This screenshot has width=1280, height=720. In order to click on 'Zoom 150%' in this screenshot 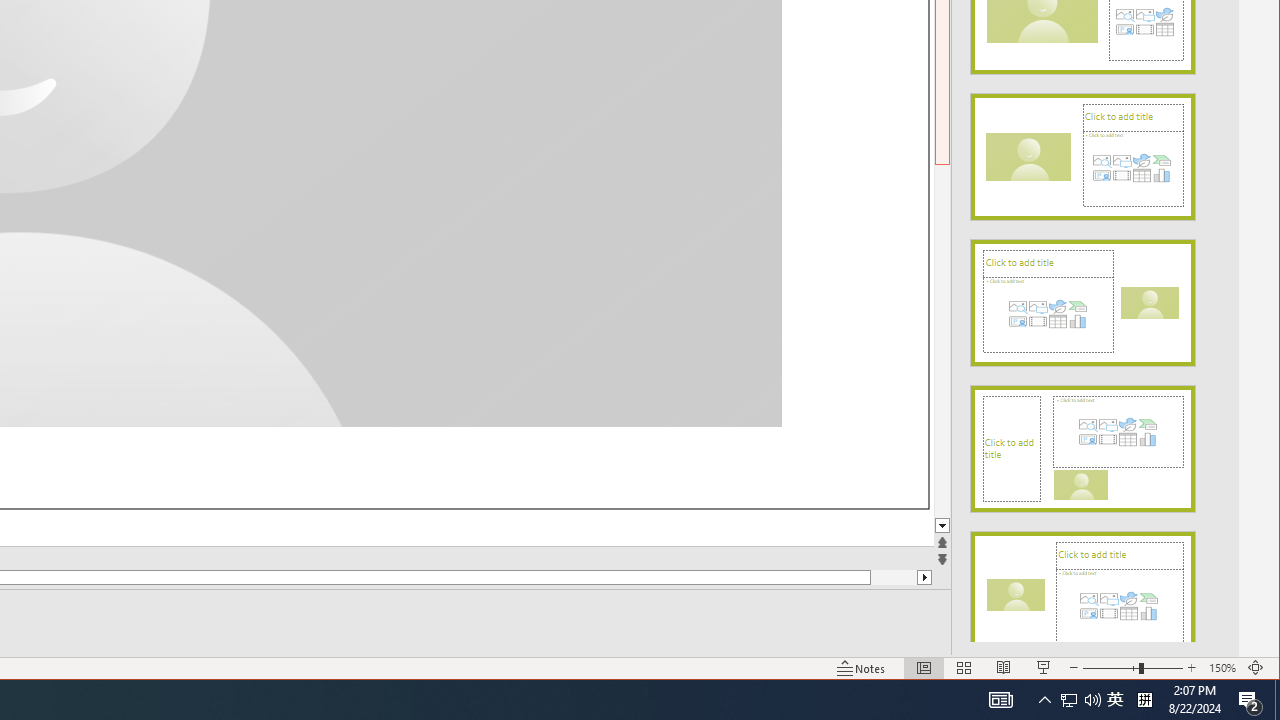, I will do `click(1221, 668)`.